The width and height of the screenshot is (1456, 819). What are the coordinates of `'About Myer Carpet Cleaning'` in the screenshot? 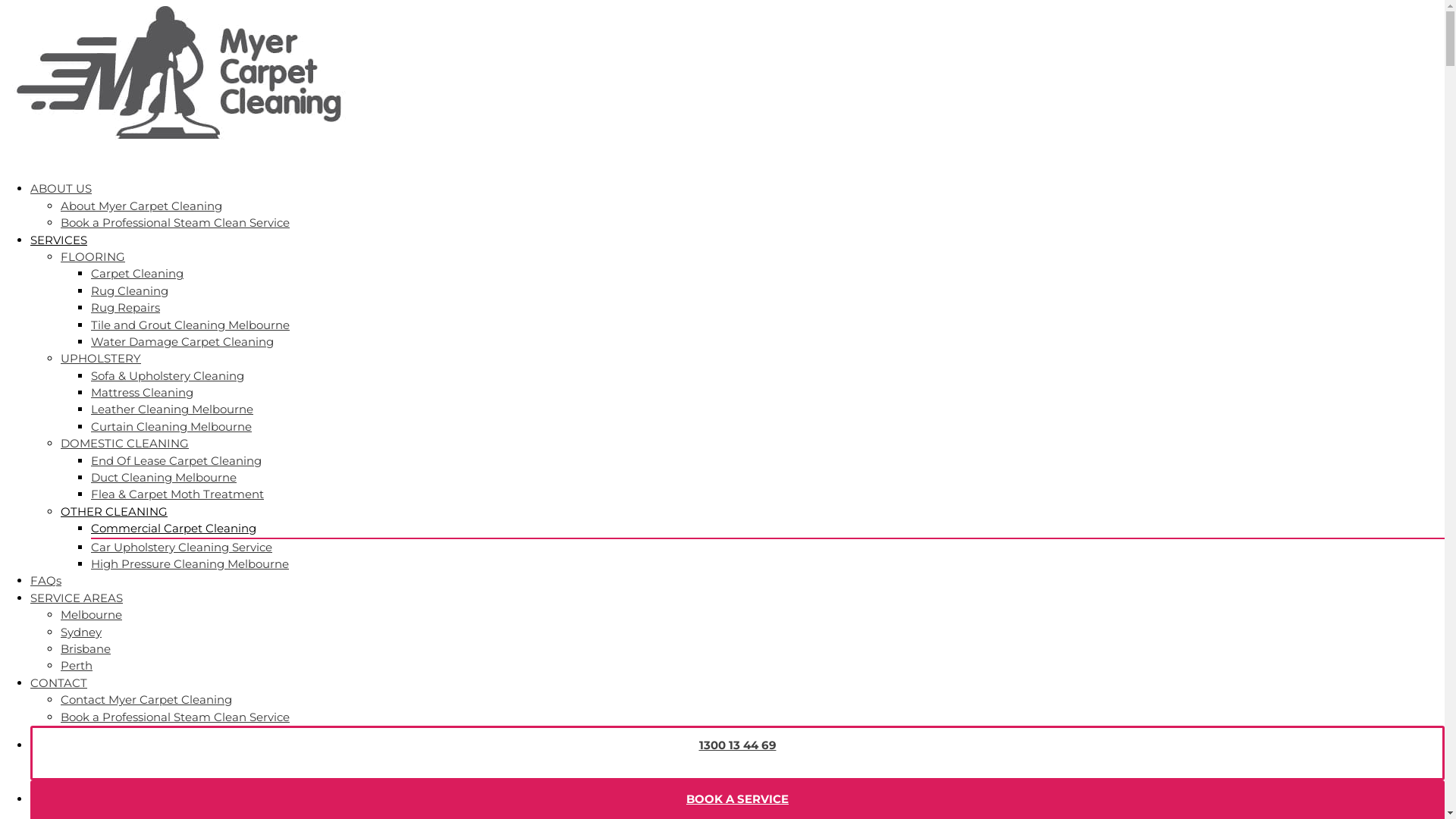 It's located at (141, 206).